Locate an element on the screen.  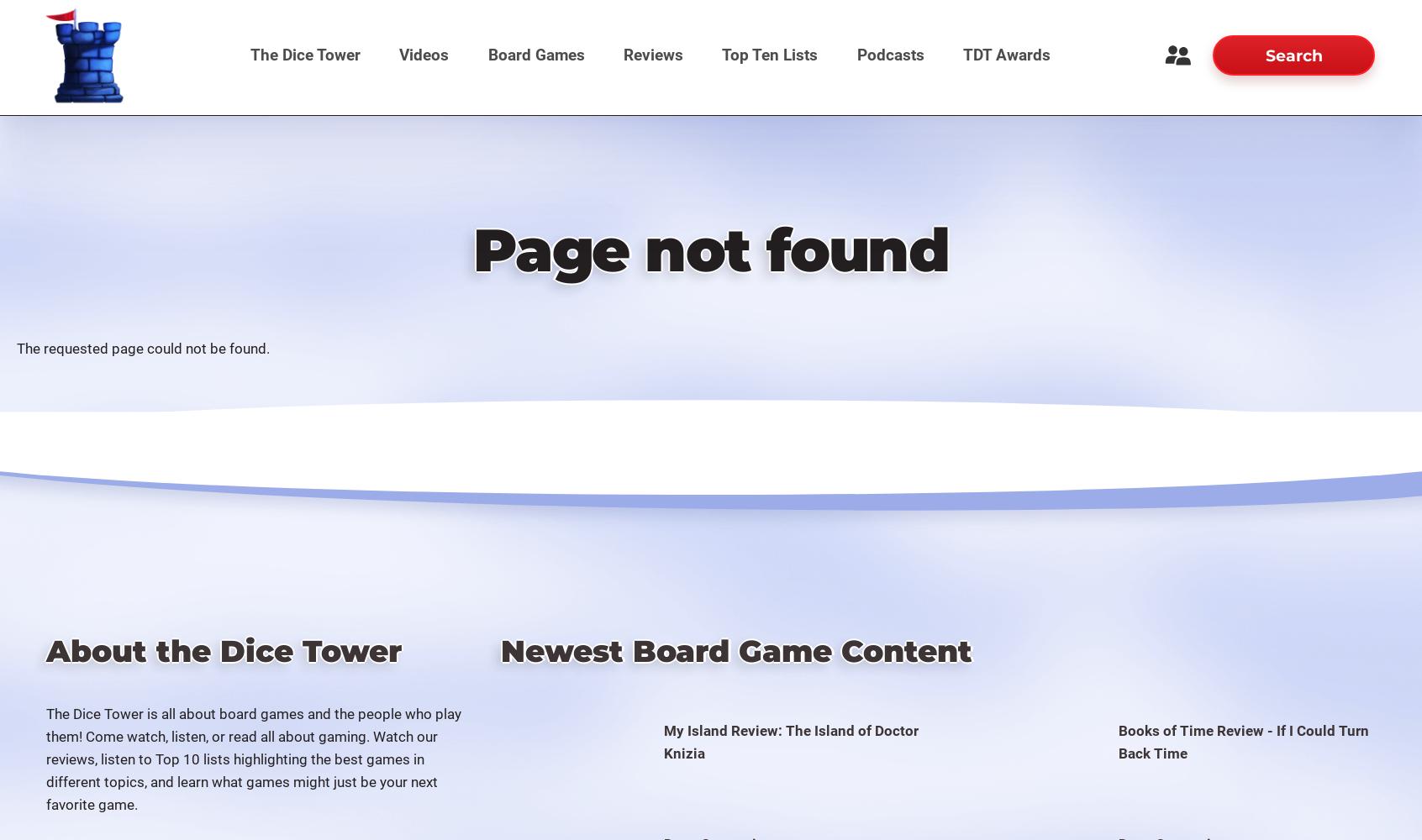
'The Dice Tower Awards 2009' is located at coordinates (998, 485).